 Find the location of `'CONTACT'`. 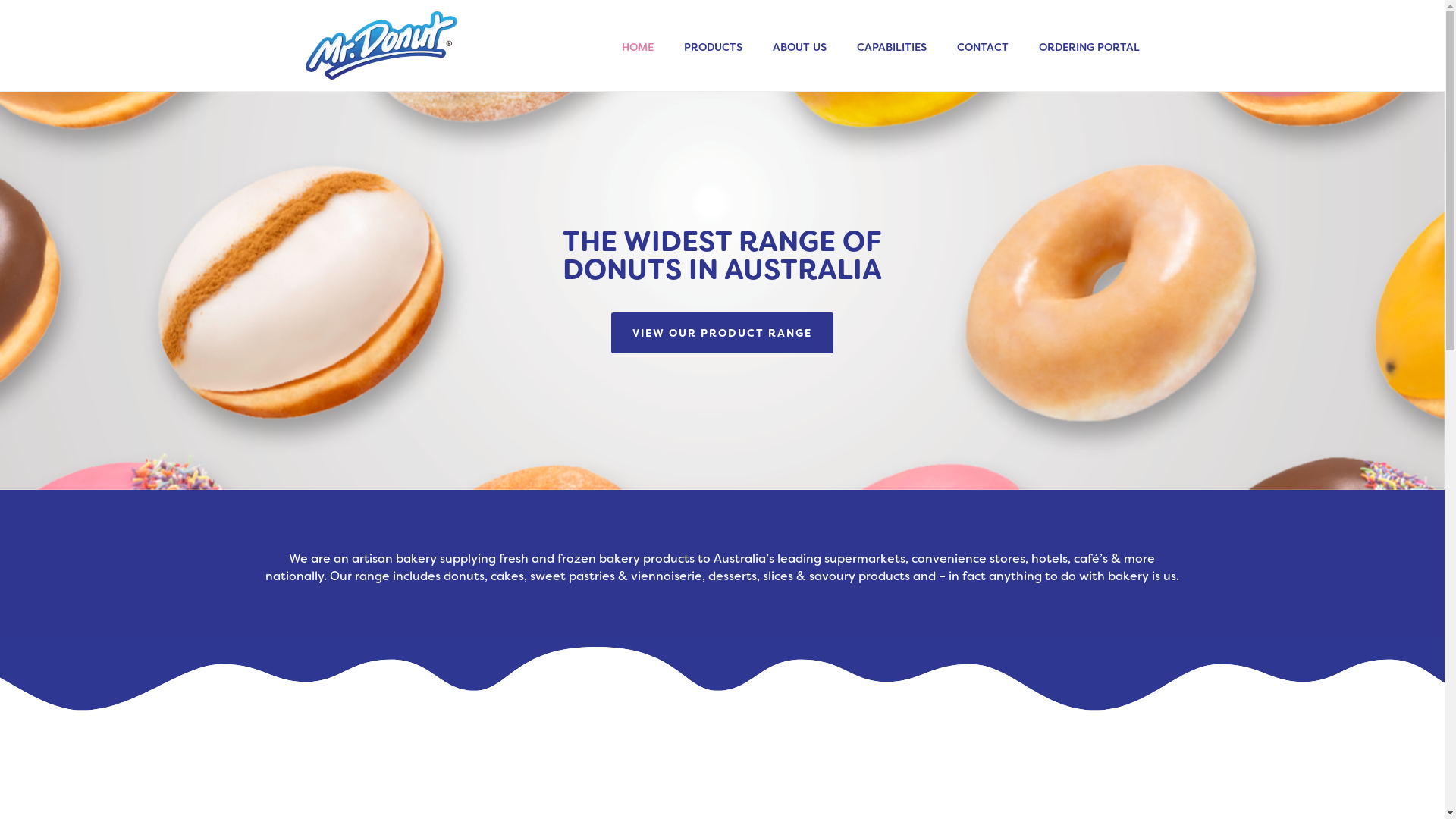

'CONTACT' is located at coordinates (983, 45).